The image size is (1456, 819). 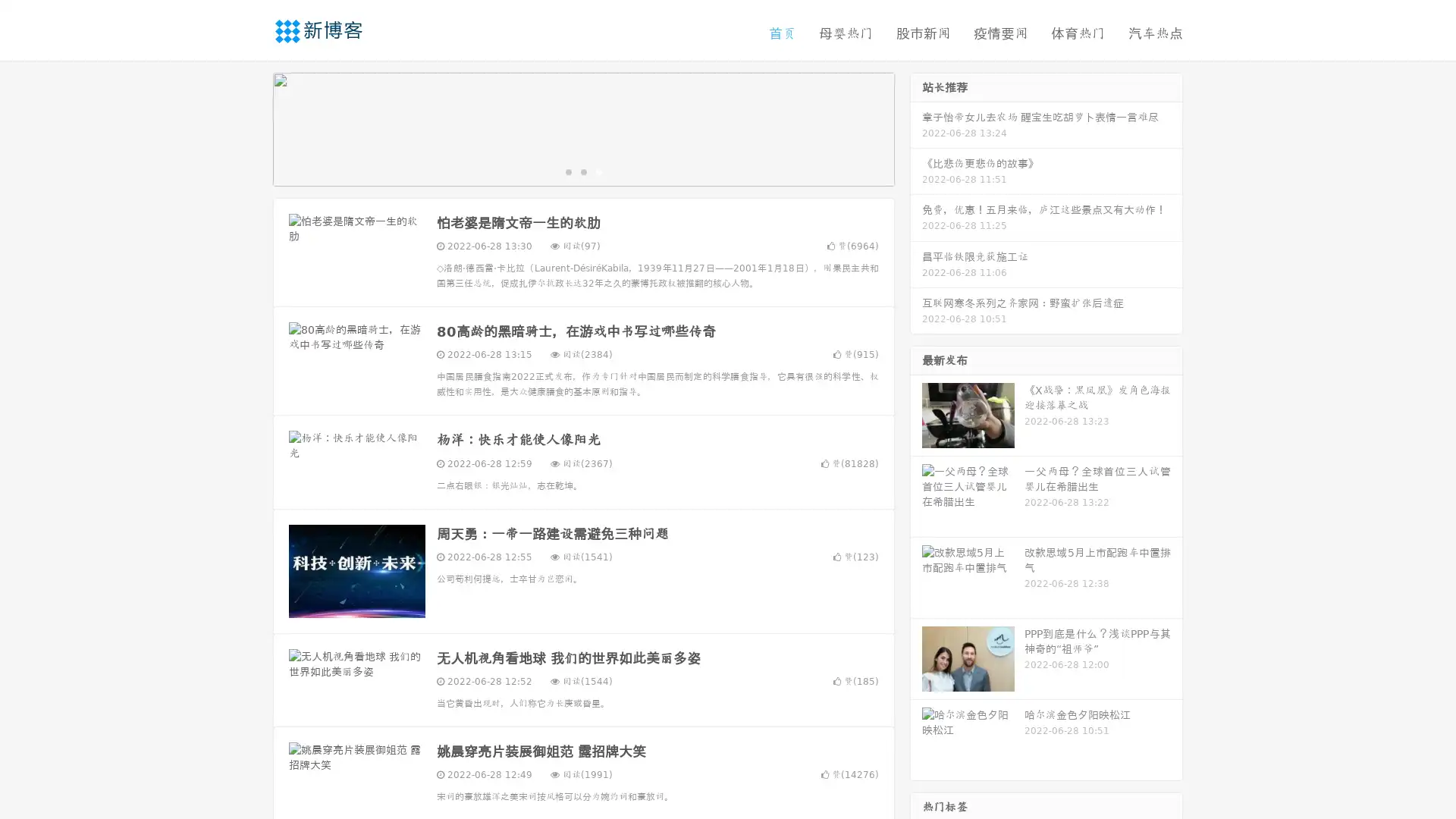 I want to click on Go to slide 2, so click(x=582, y=171).